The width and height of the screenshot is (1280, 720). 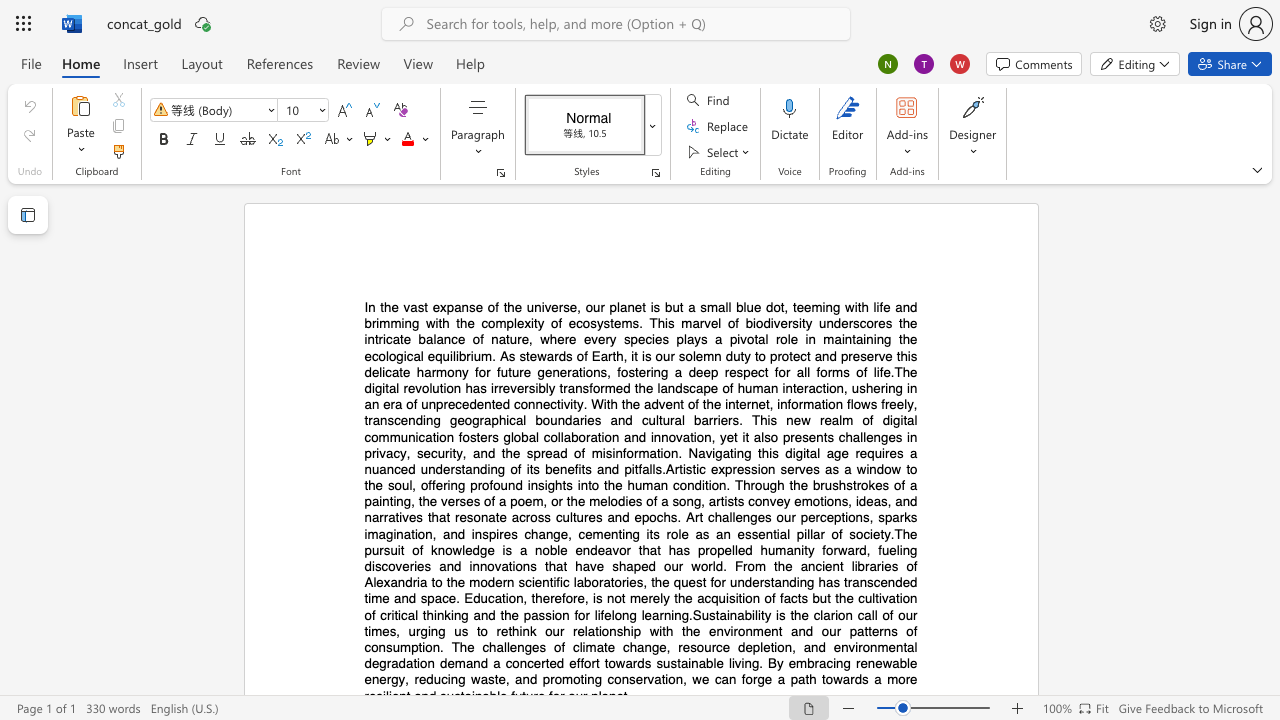 What do you see at coordinates (876, 533) in the screenshot?
I see `the 1th character "e" in the text` at bounding box center [876, 533].